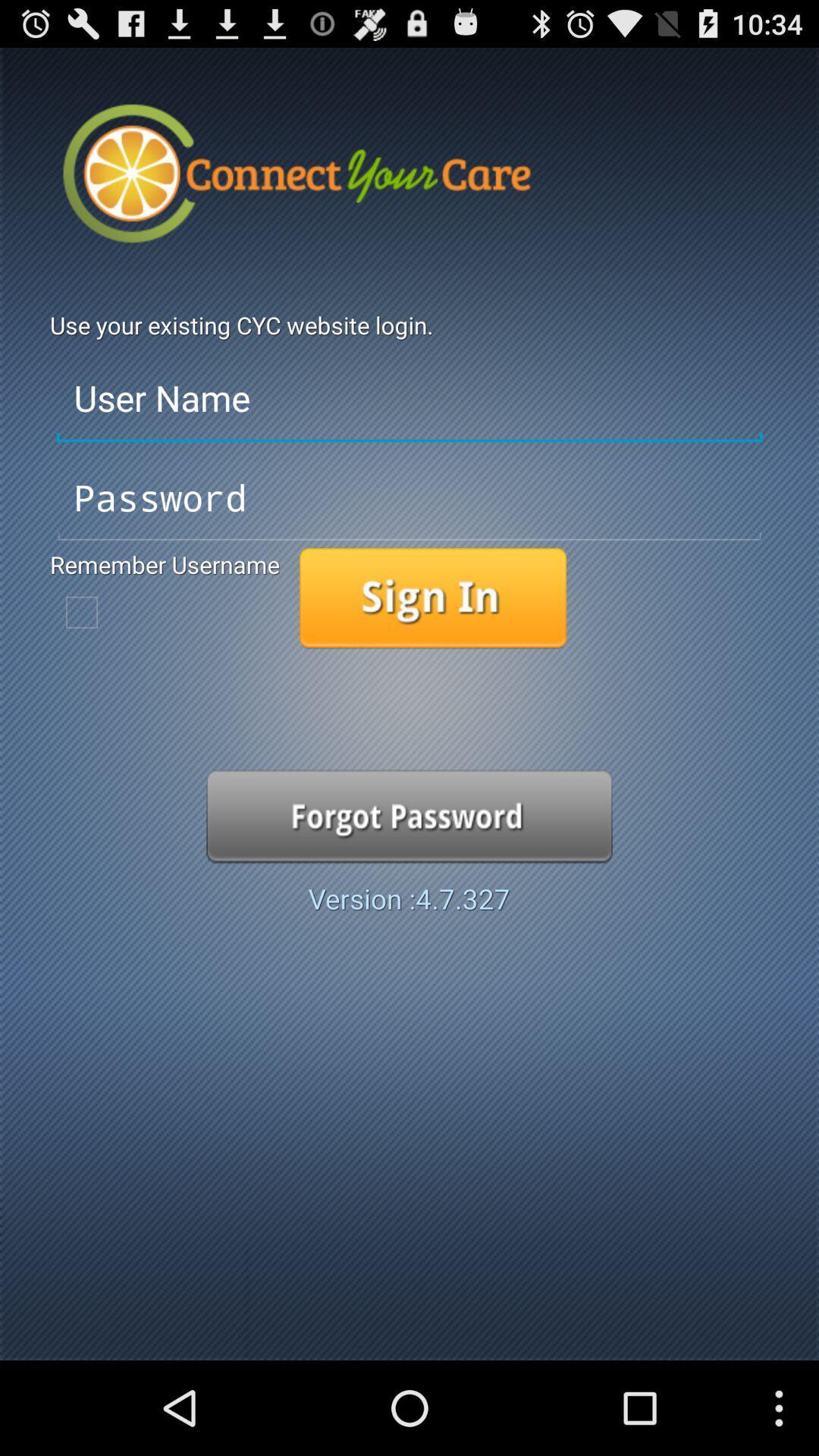  Describe the element at coordinates (409, 399) in the screenshot. I see `user name entry` at that location.